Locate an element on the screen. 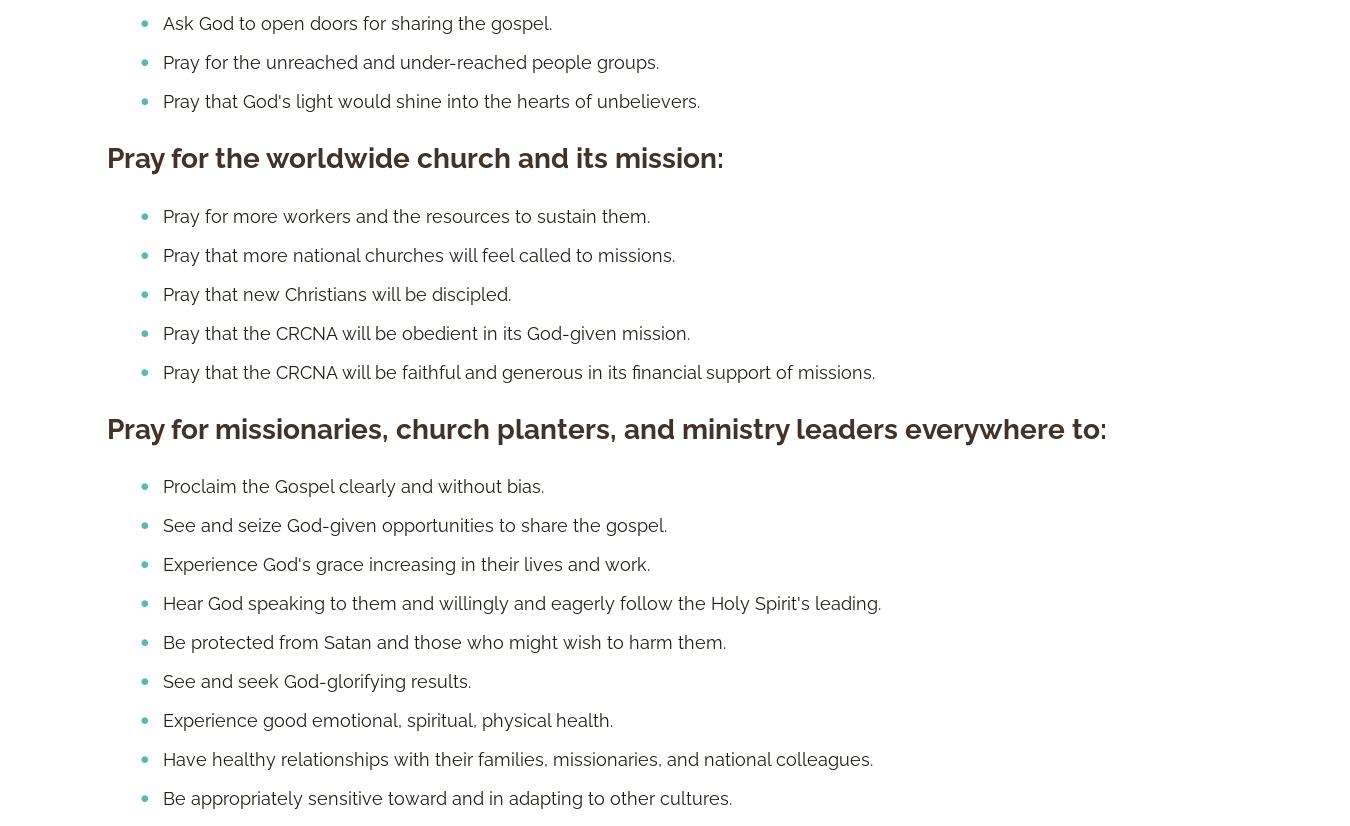 This screenshot has width=1350, height=826. 'About Us' is located at coordinates (704, 130).